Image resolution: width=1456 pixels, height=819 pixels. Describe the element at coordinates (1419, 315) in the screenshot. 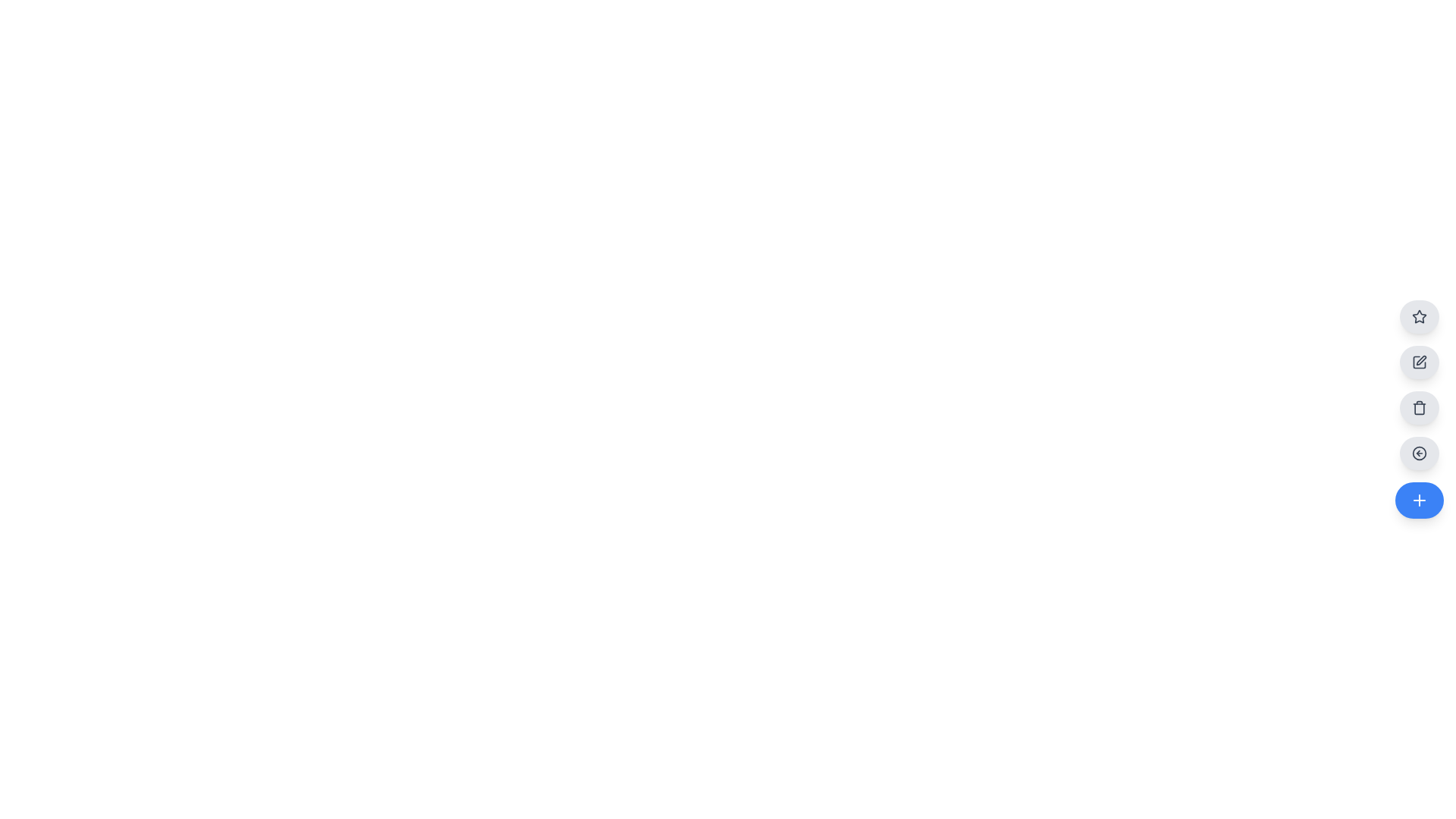

I see `the star-shaped icon within the circular button located near the top-right corner of the interface to mark an item as favorite` at that location.